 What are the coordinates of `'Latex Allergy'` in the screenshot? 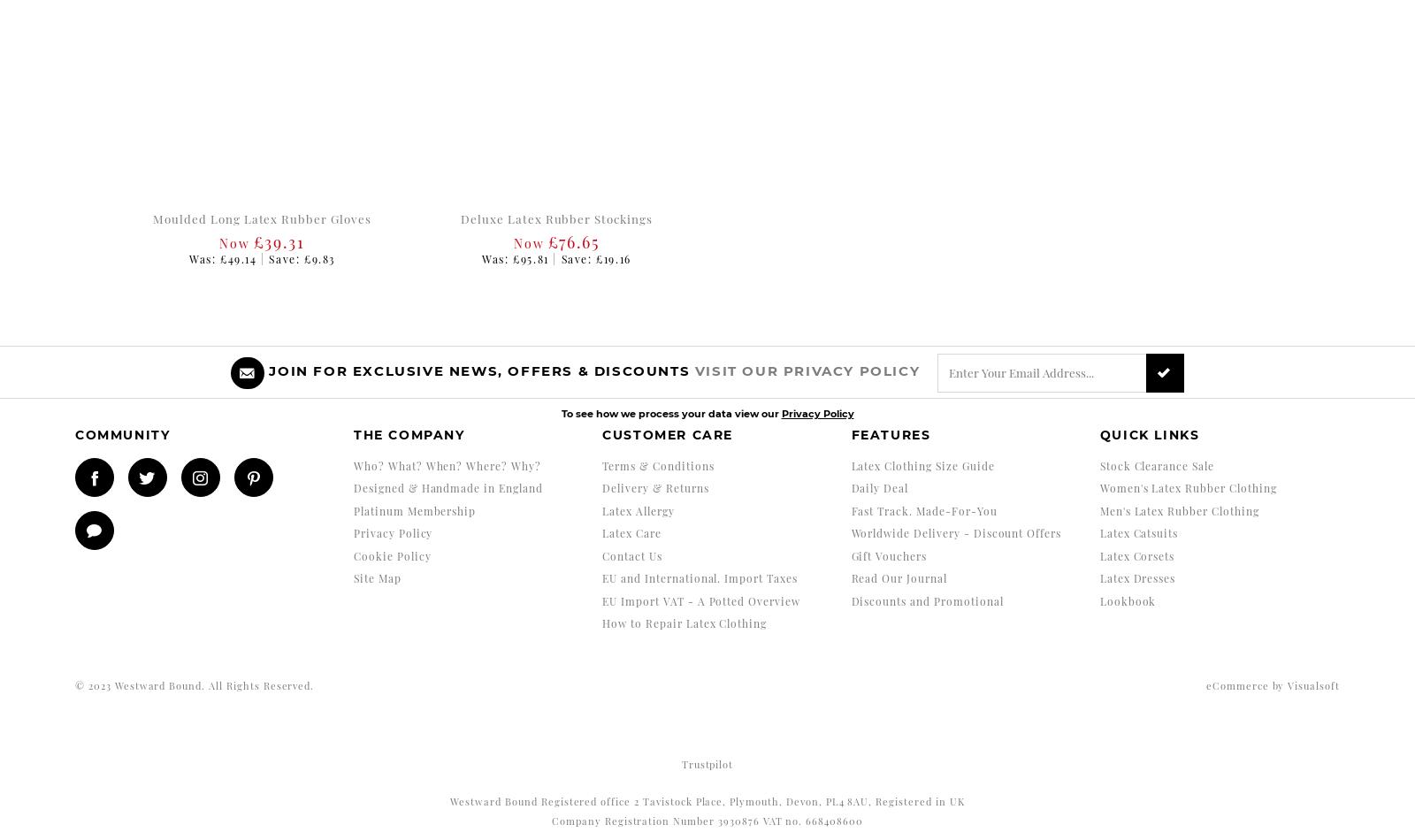 It's located at (601, 510).